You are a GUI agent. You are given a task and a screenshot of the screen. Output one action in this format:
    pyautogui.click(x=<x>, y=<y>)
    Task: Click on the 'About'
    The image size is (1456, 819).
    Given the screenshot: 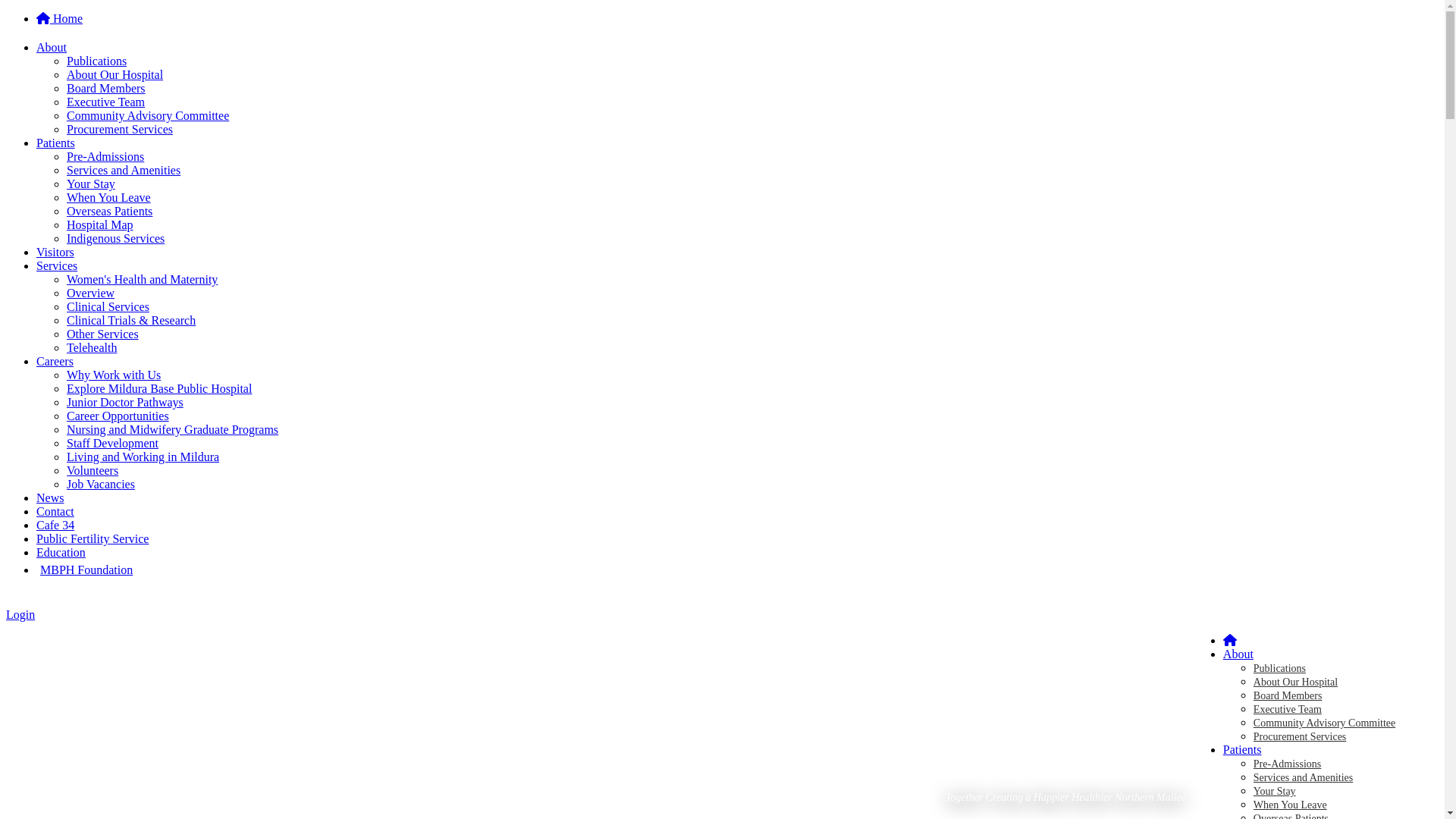 What is the action you would take?
    pyautogui.click(x=51, y=46)
    